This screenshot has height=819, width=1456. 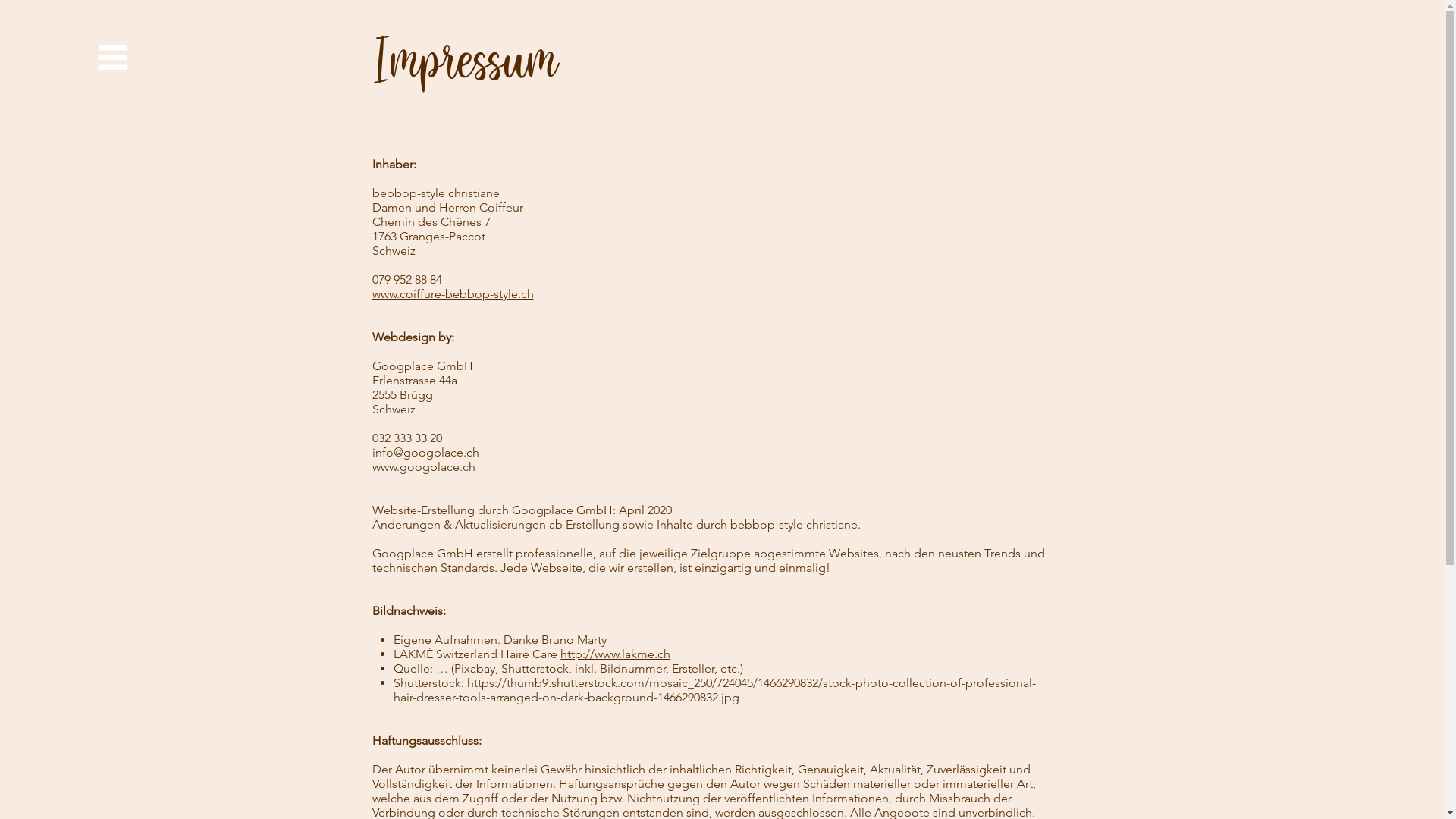 What do you see at coordinates (371, 466) in the screenshot?
I see `'www.googplace.ch'` at bounding box center [371, 466].